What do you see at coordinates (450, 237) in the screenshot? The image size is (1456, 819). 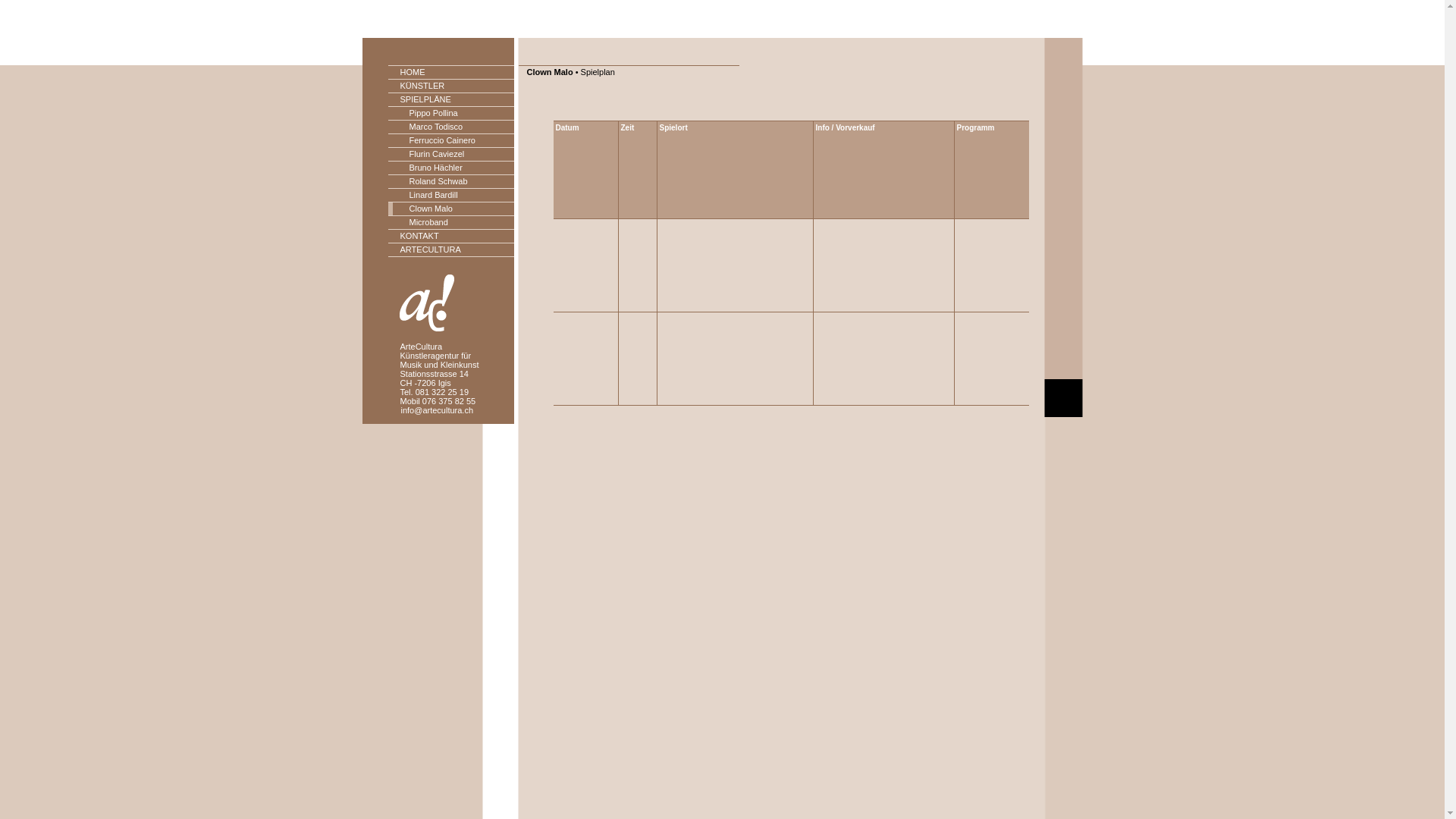 I see `'KONTAKT'` at bounding box center [450, 237].